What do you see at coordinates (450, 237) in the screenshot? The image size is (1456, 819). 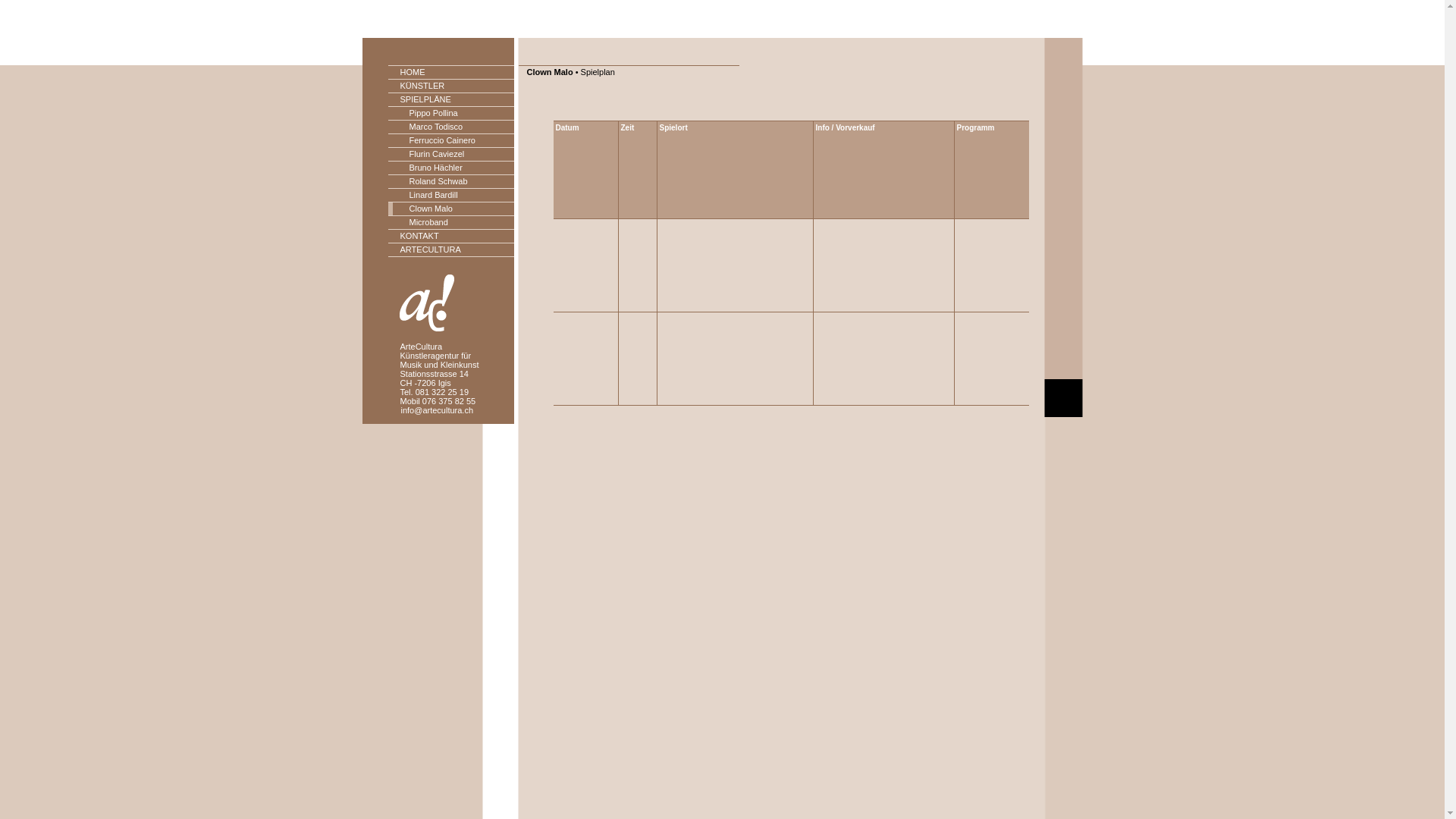 I see `'KONTAKT'` at bounding box center [450, 237].